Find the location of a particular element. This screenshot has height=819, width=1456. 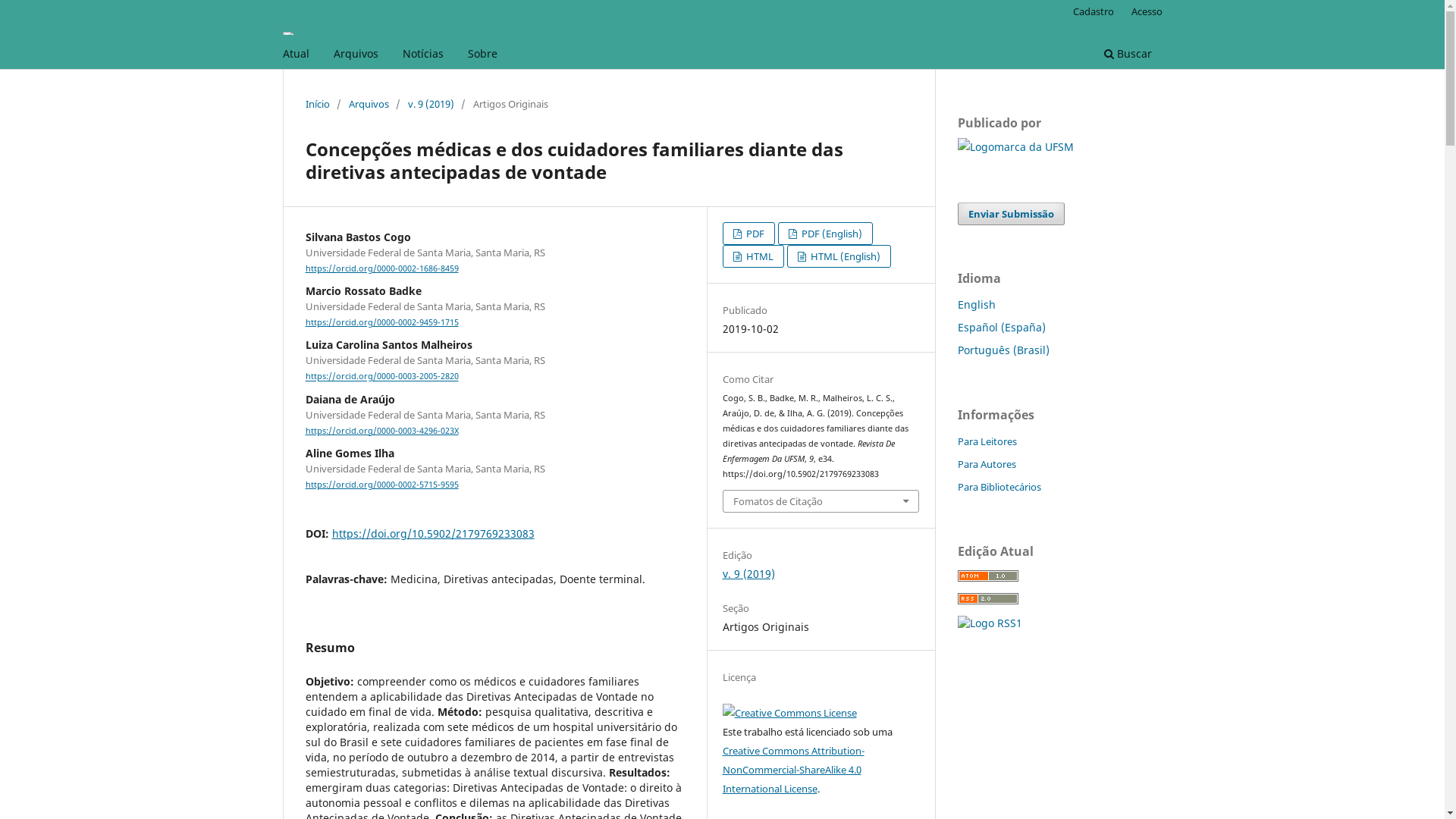

'HTML (English)' is located at coordinates (838, 256).